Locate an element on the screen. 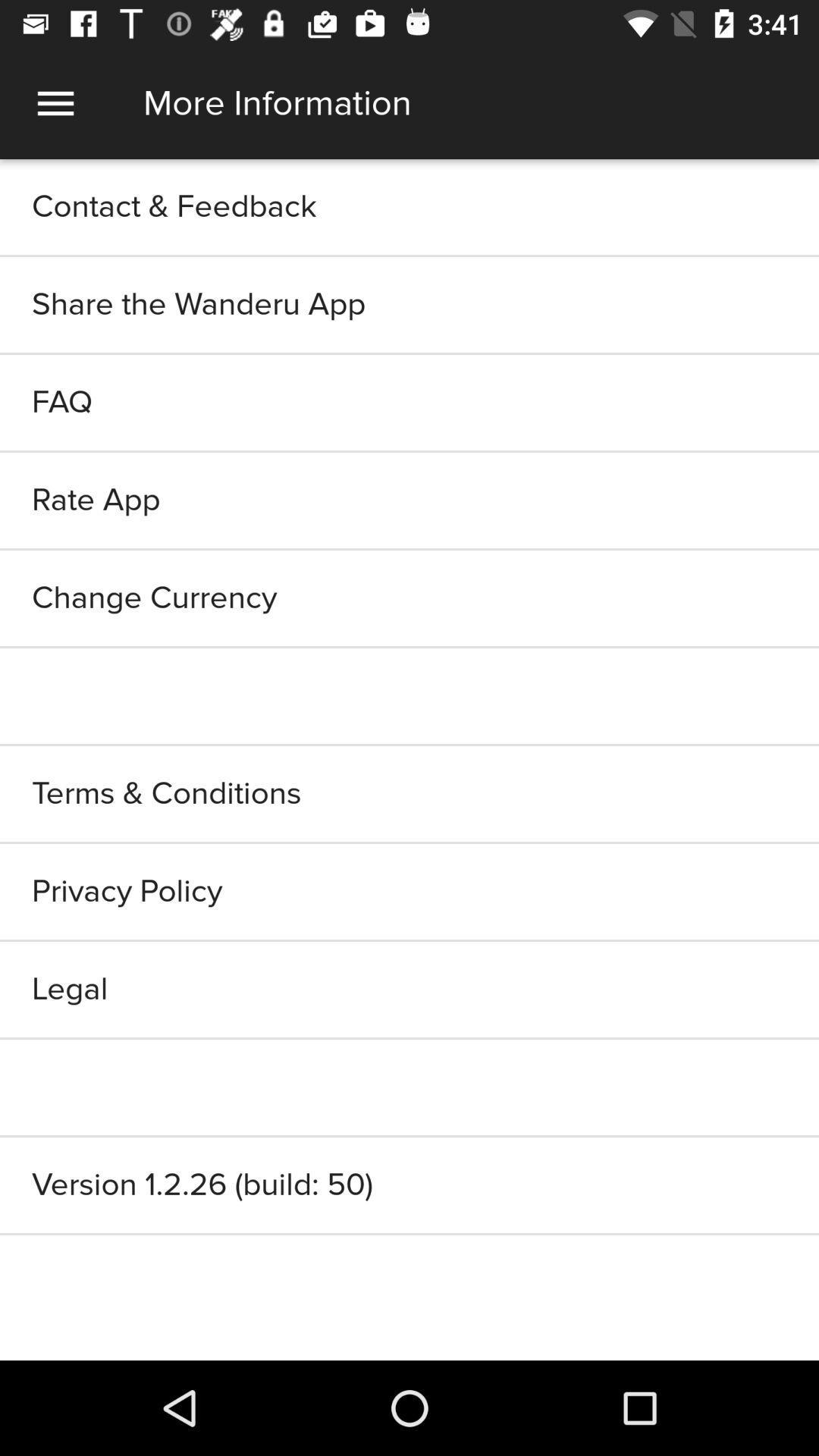 This screenshot has height=1456, width=819. the faq is located at coordinates (409, 403).